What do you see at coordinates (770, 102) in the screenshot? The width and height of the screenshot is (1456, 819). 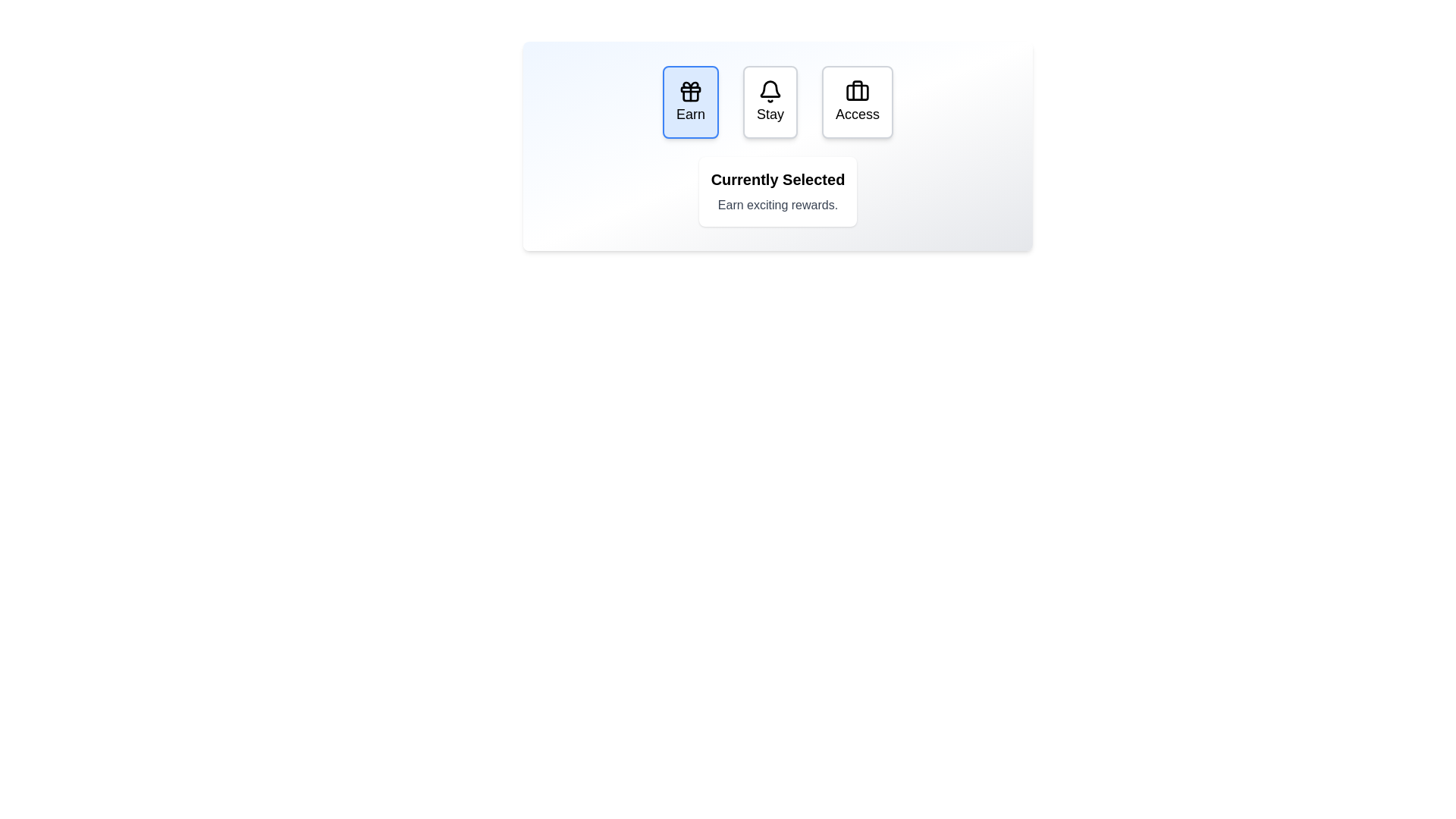 I see `the 'Stay' button` at bounding box center [770, 102].